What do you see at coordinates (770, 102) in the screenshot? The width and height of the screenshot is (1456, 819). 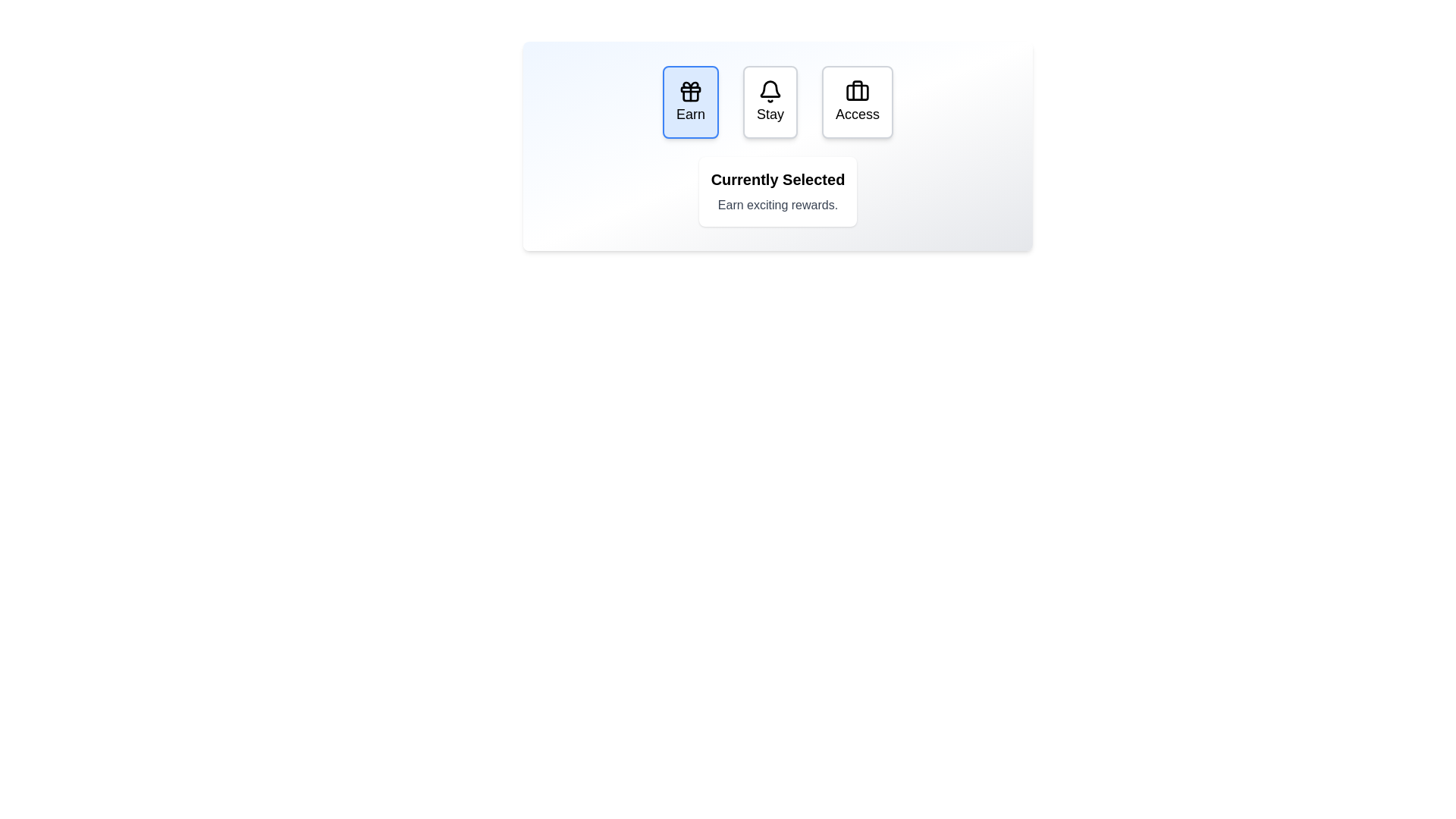 I see `the 'Stay' button` at bounding box center [770, 102].